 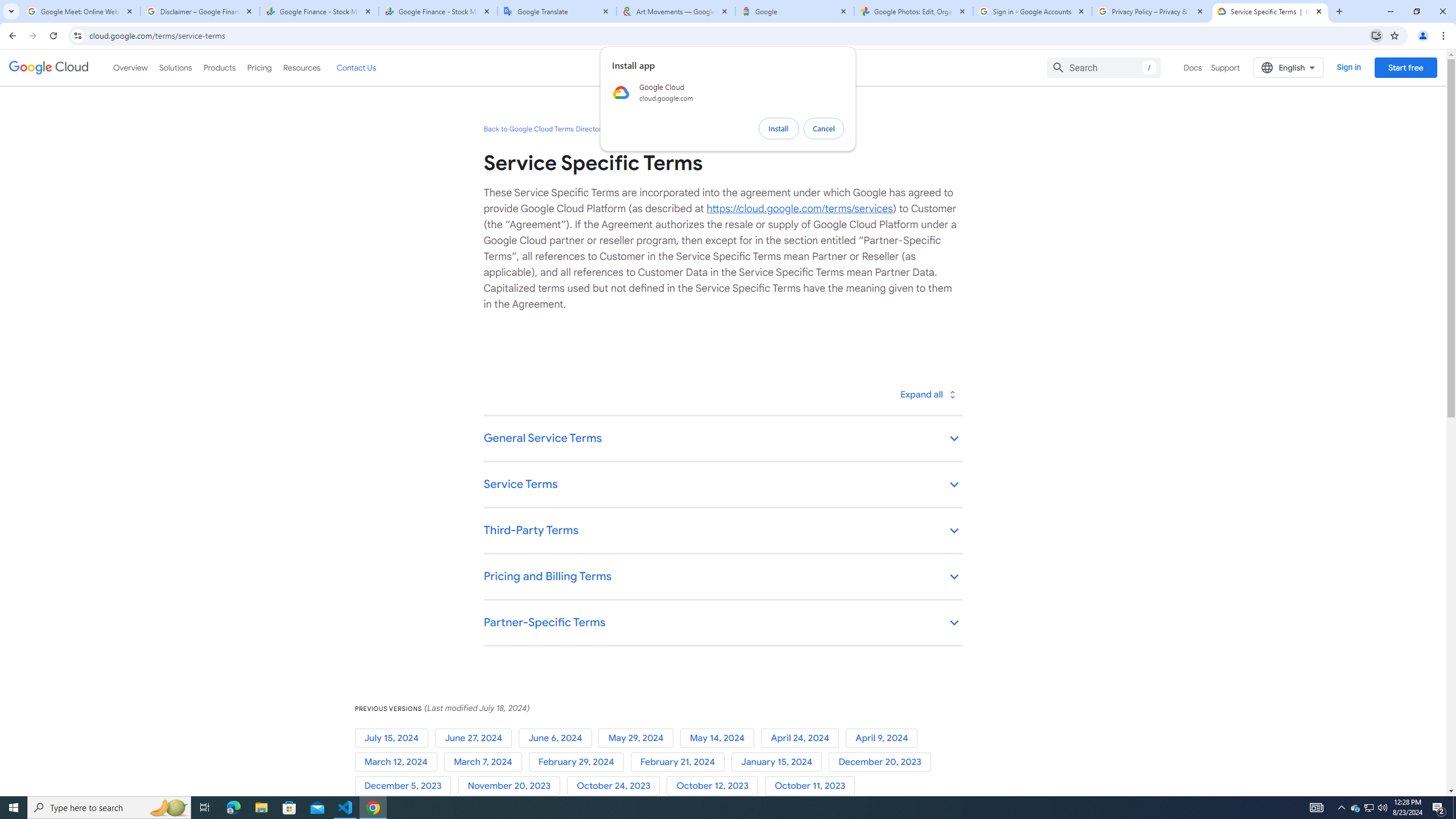 I want to click on 'March 12, 2024', so click(x=399, y=761).